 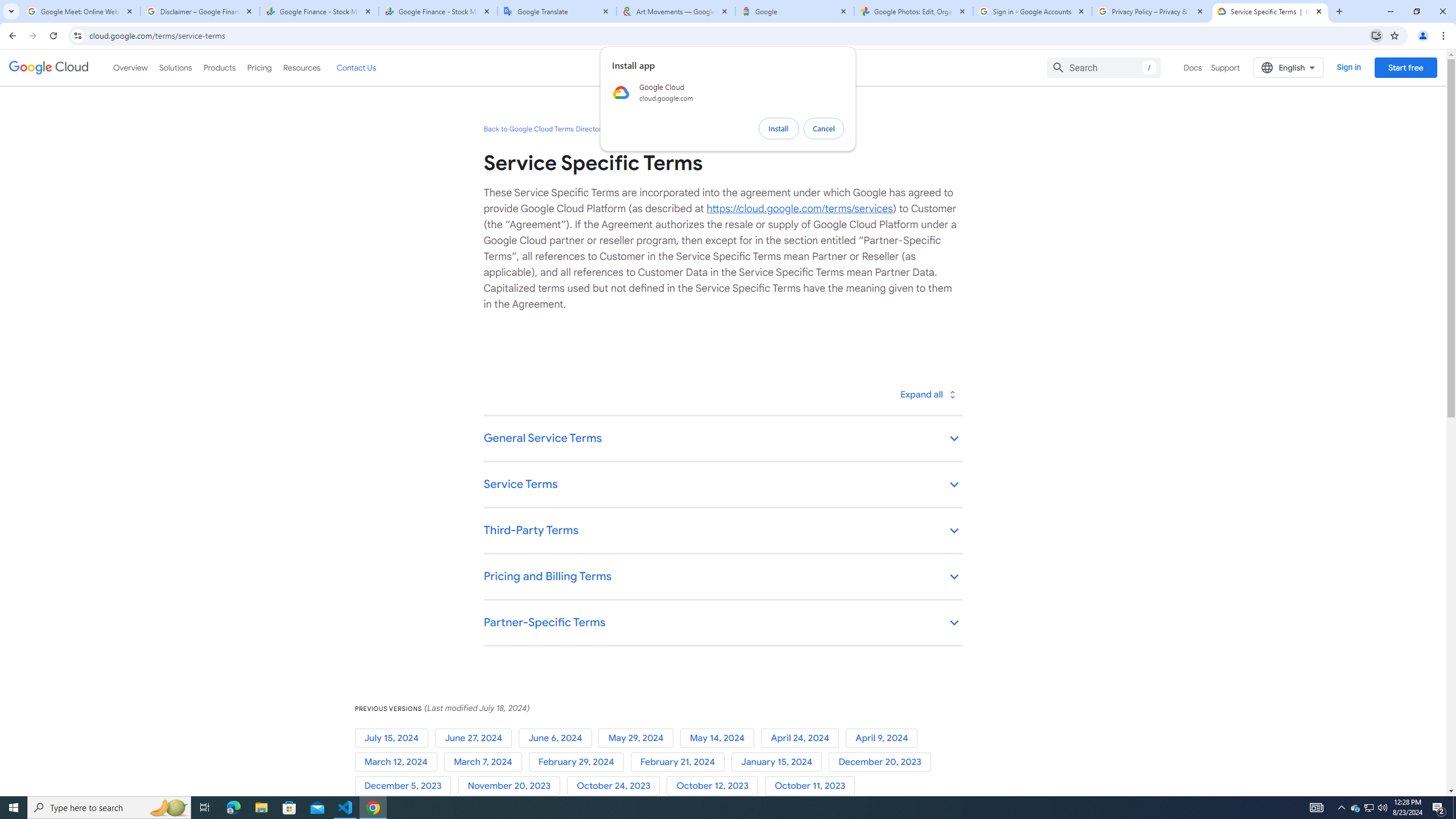 I want to click on 'March 12, 2024', so click(x=399, y=761).